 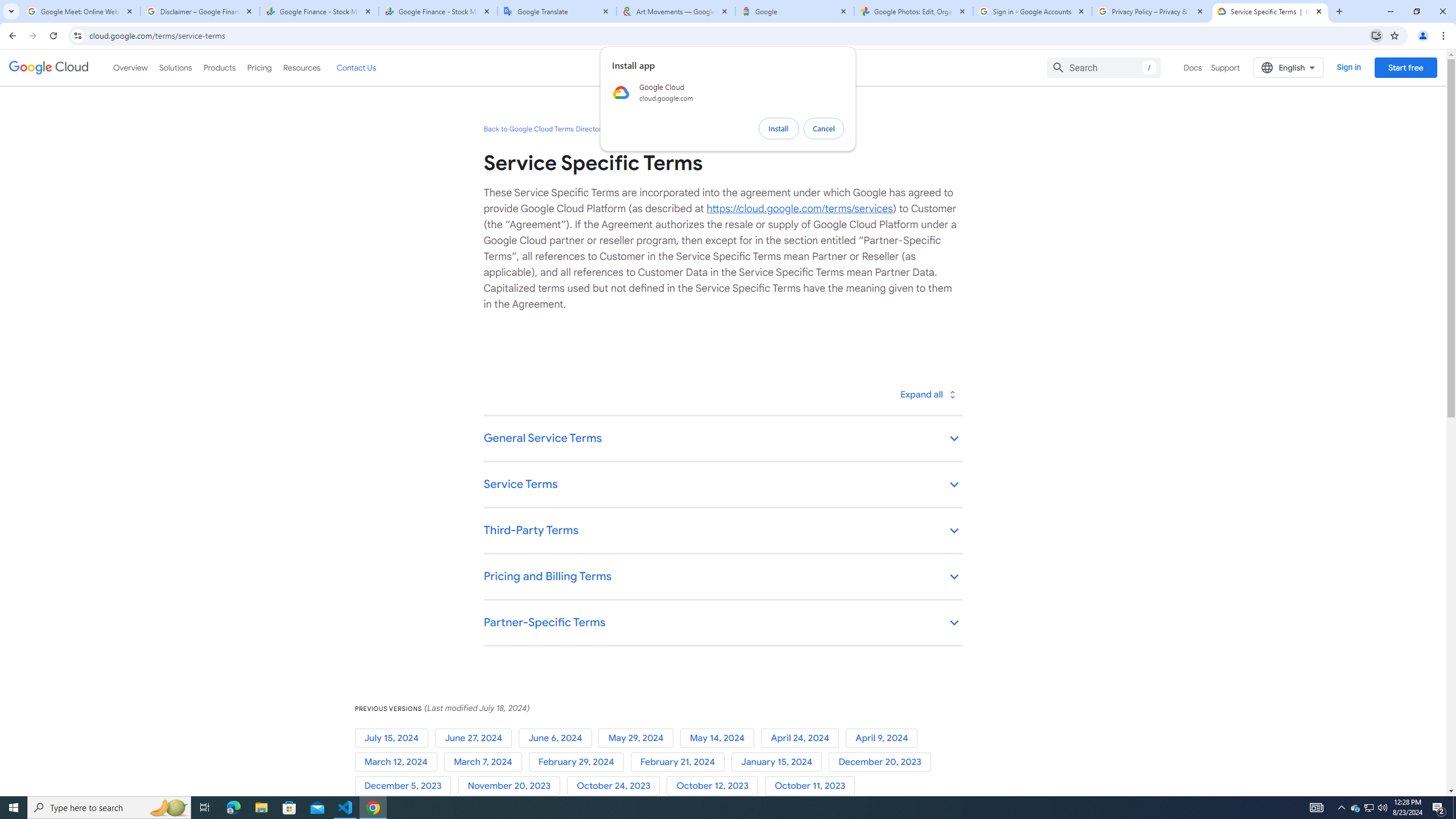 I want to click on 'March 12, 2024', so click(x=399, y=761).